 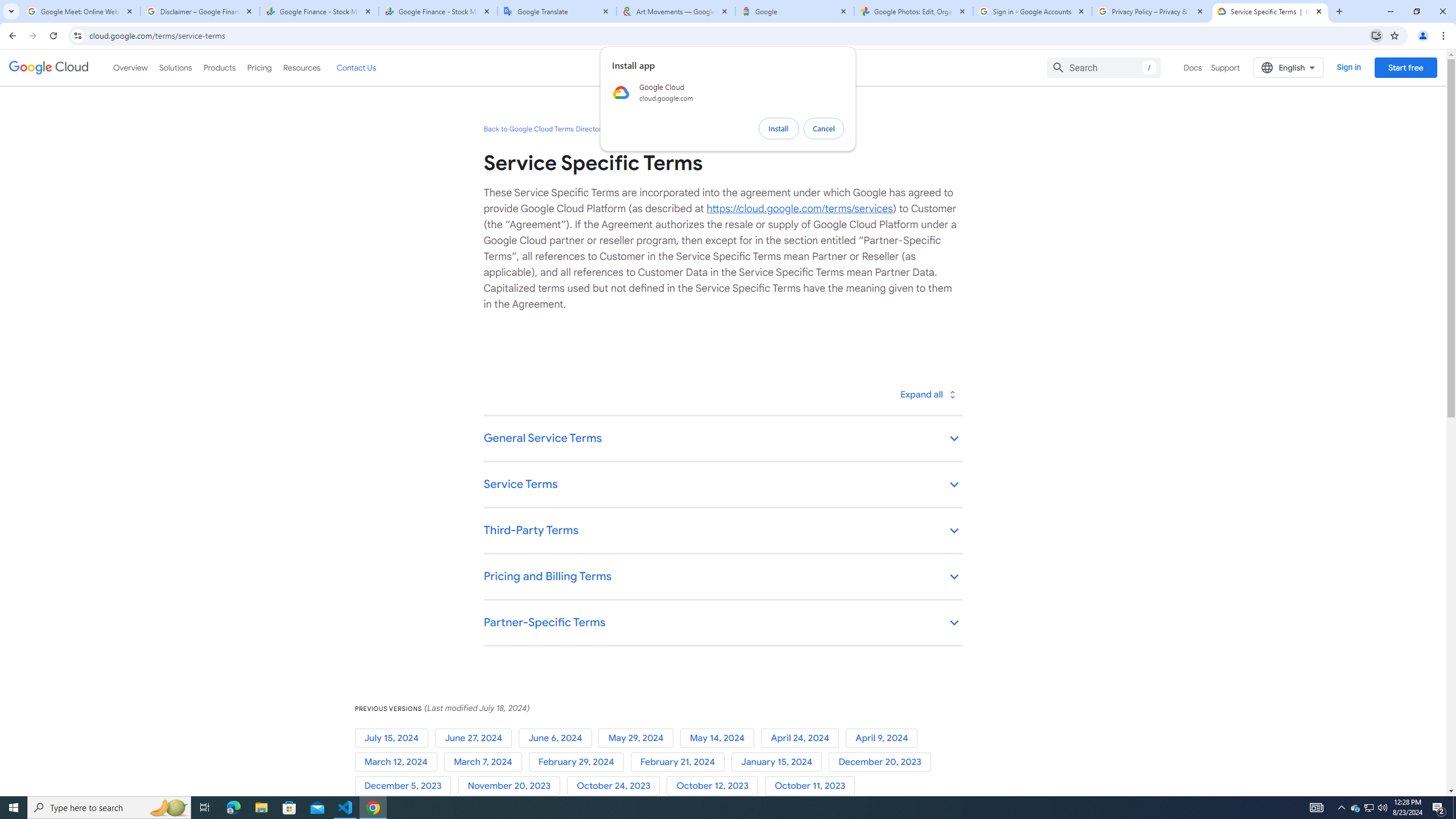 I want to click on 'March 12, 2024', so click(x=399, y=761).